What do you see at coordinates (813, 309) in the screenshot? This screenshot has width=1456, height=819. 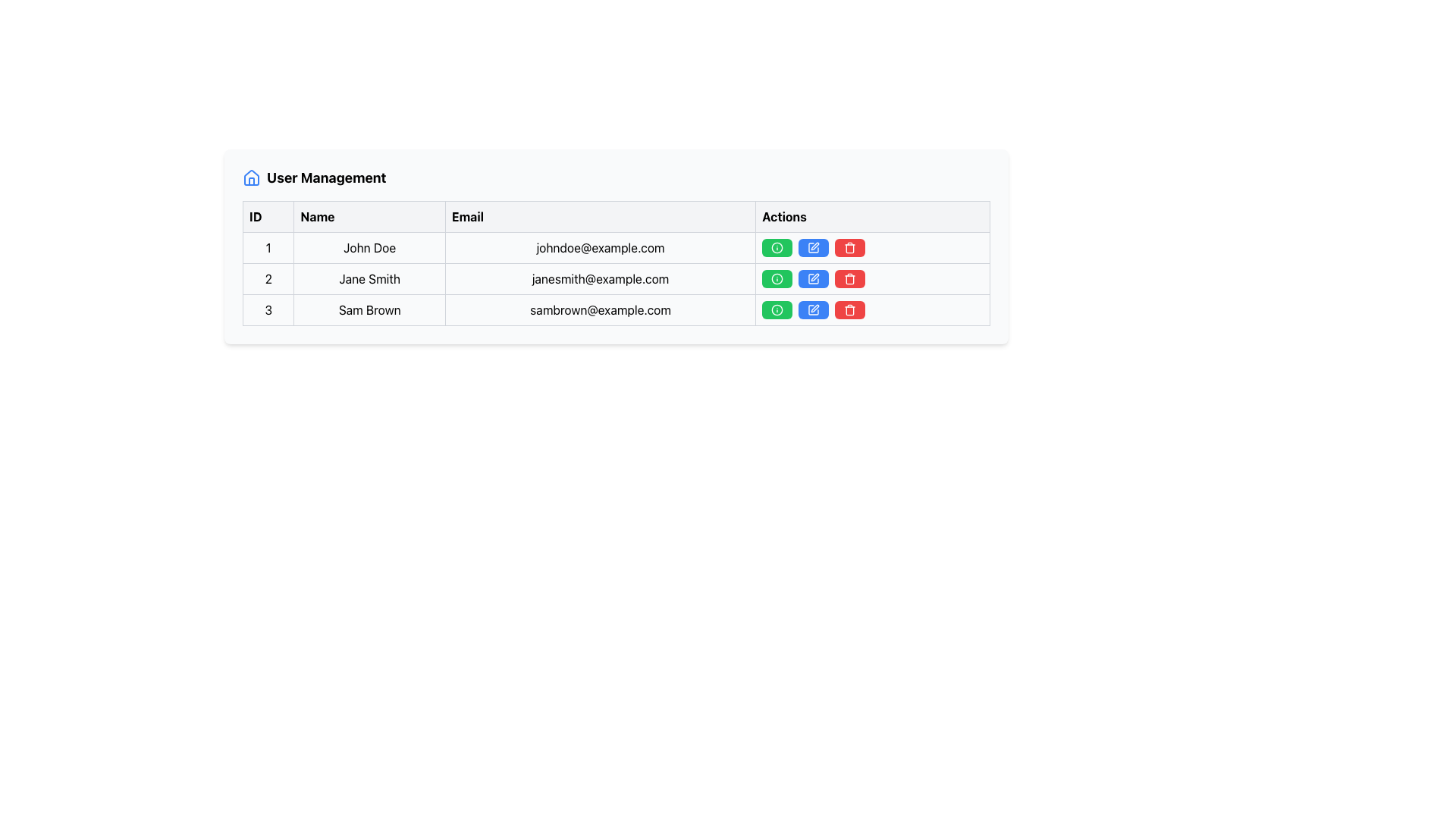 I see `the edit button in the 'Actions' column of the table for the third row associated with 'Sam Brown'` at bounding box center [813, 309].